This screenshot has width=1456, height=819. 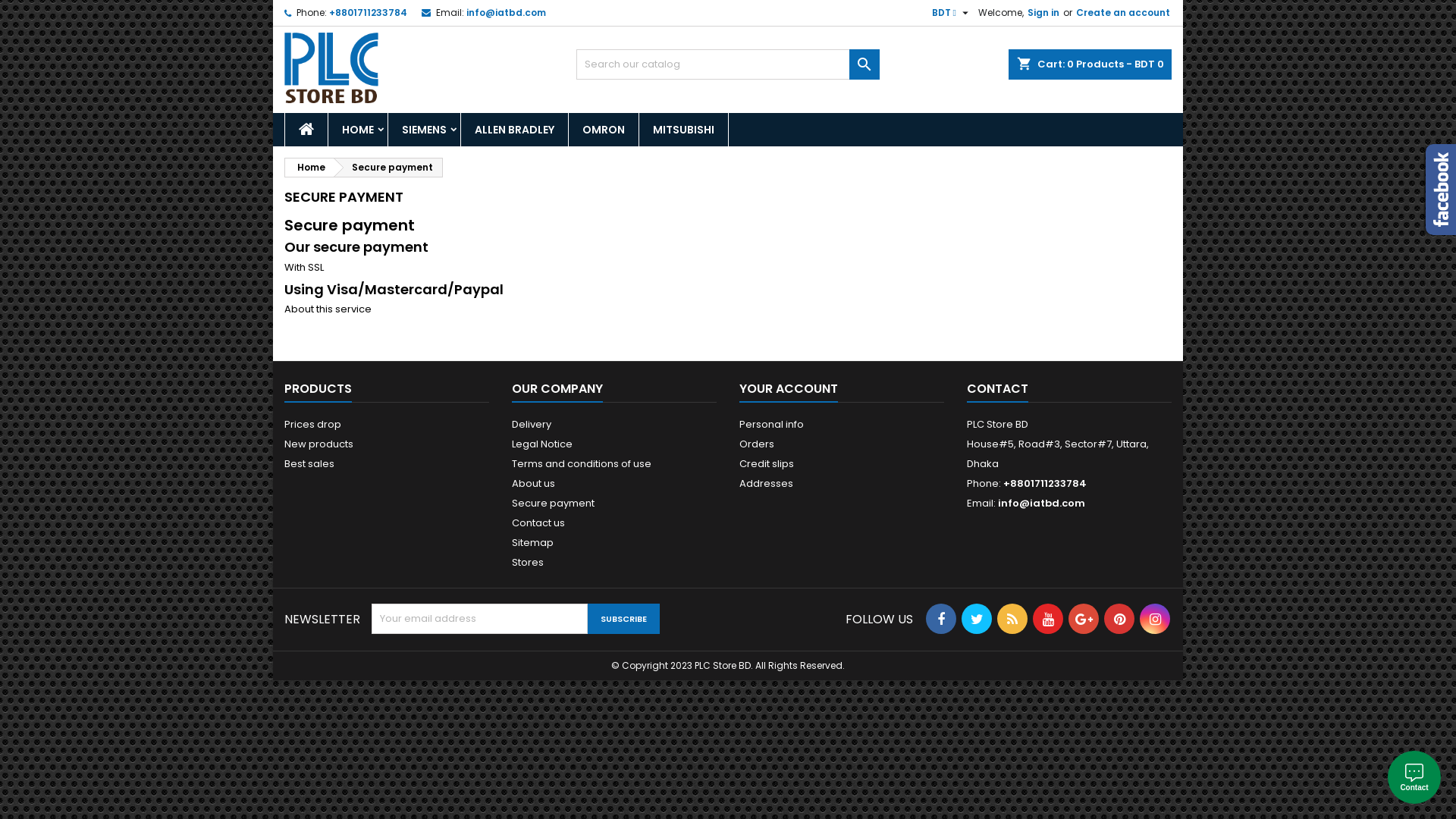 What do you see at coordinates (356, 128) in the screenshot?
I see `'HOME'` at bounding box center [356, 128].